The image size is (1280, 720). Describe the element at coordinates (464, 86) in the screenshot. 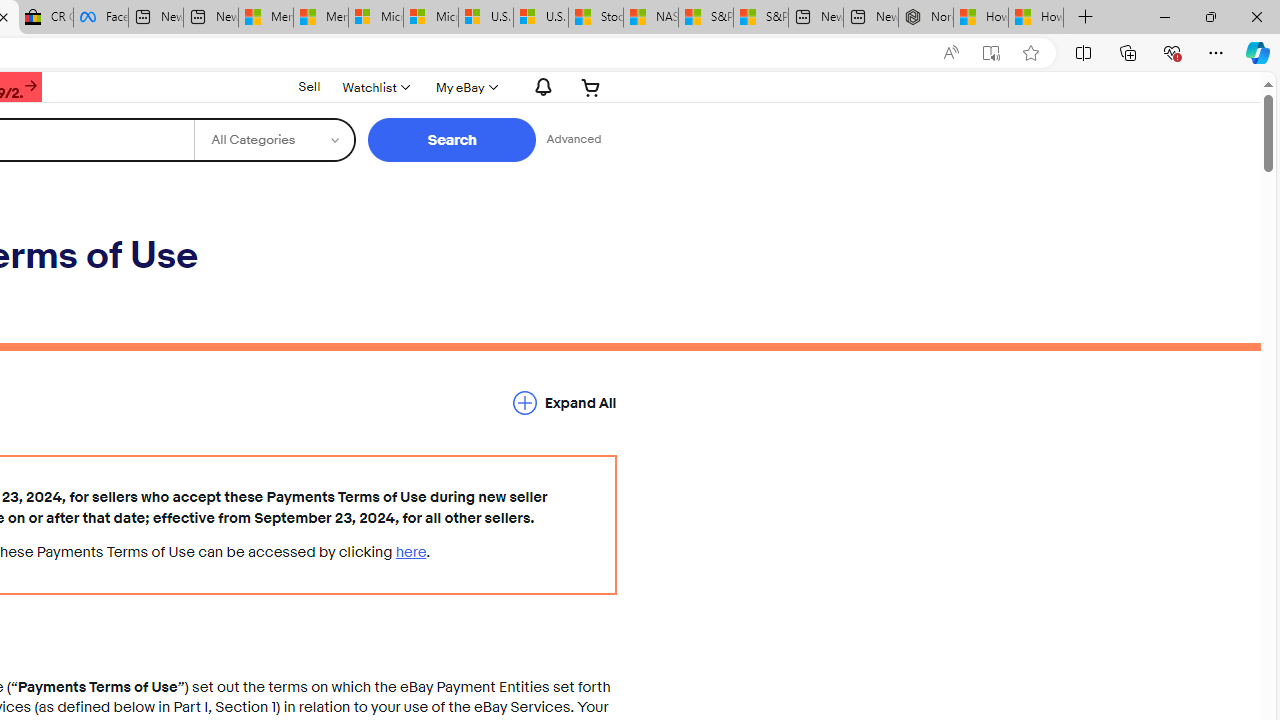

I see `'My eBay'` at that location.